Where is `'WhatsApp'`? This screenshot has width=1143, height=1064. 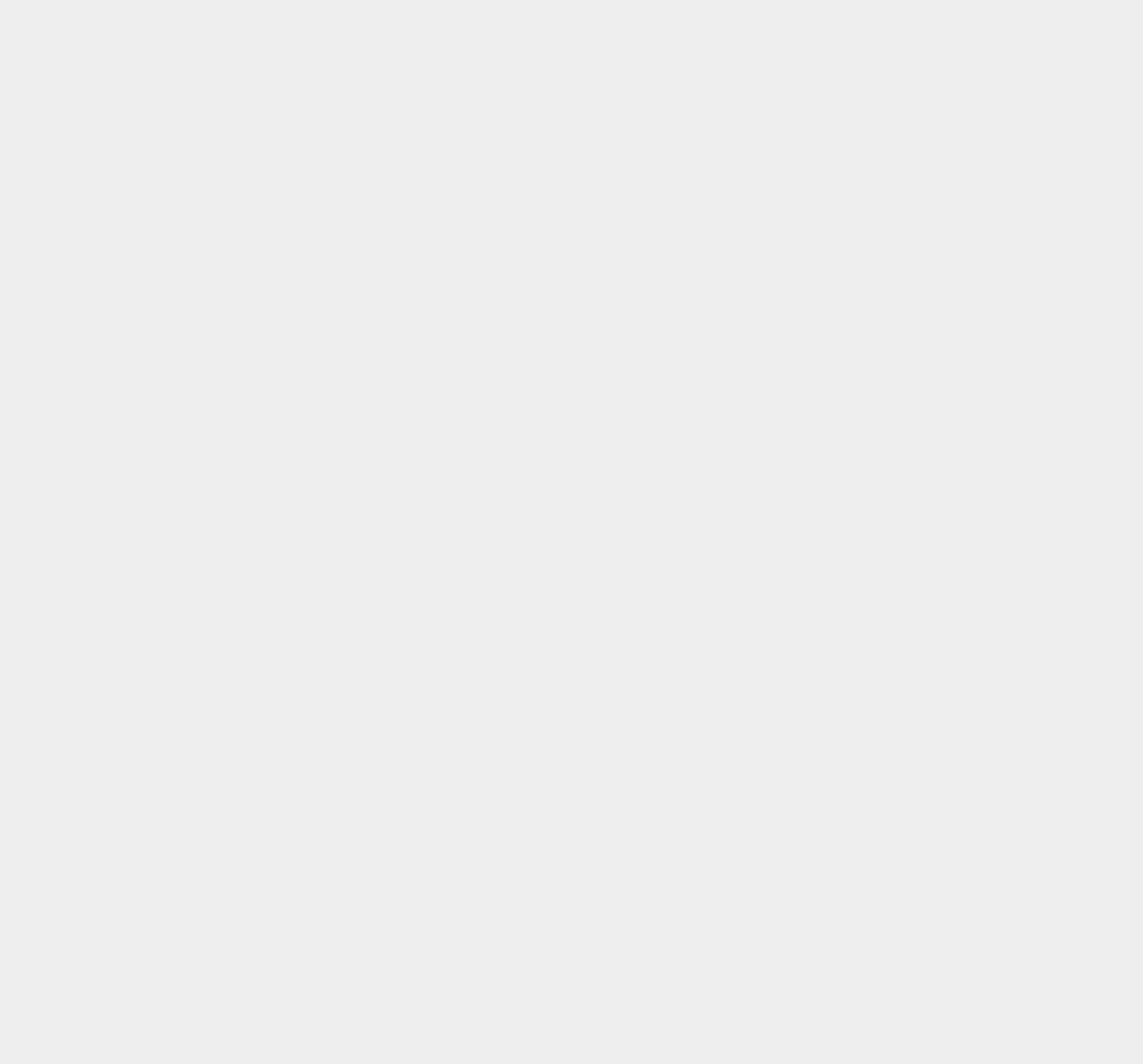
'WhatsApp' is located at coordinates (839, 63).